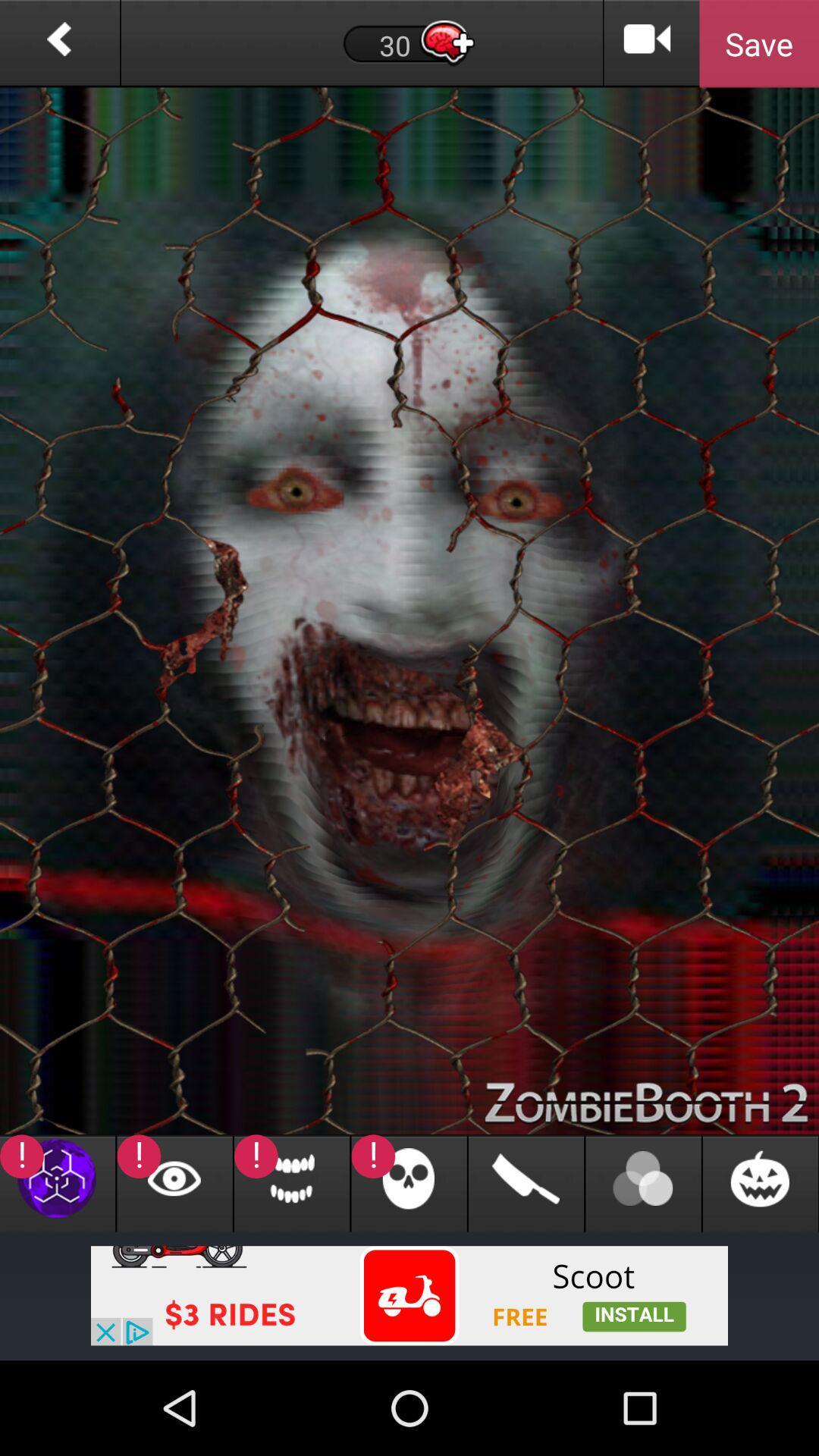 This screenshot has height=1456, width=819. Describe the element at coordinates (174, 1266) in the screenshot. I see `the visibility icon` at that location.